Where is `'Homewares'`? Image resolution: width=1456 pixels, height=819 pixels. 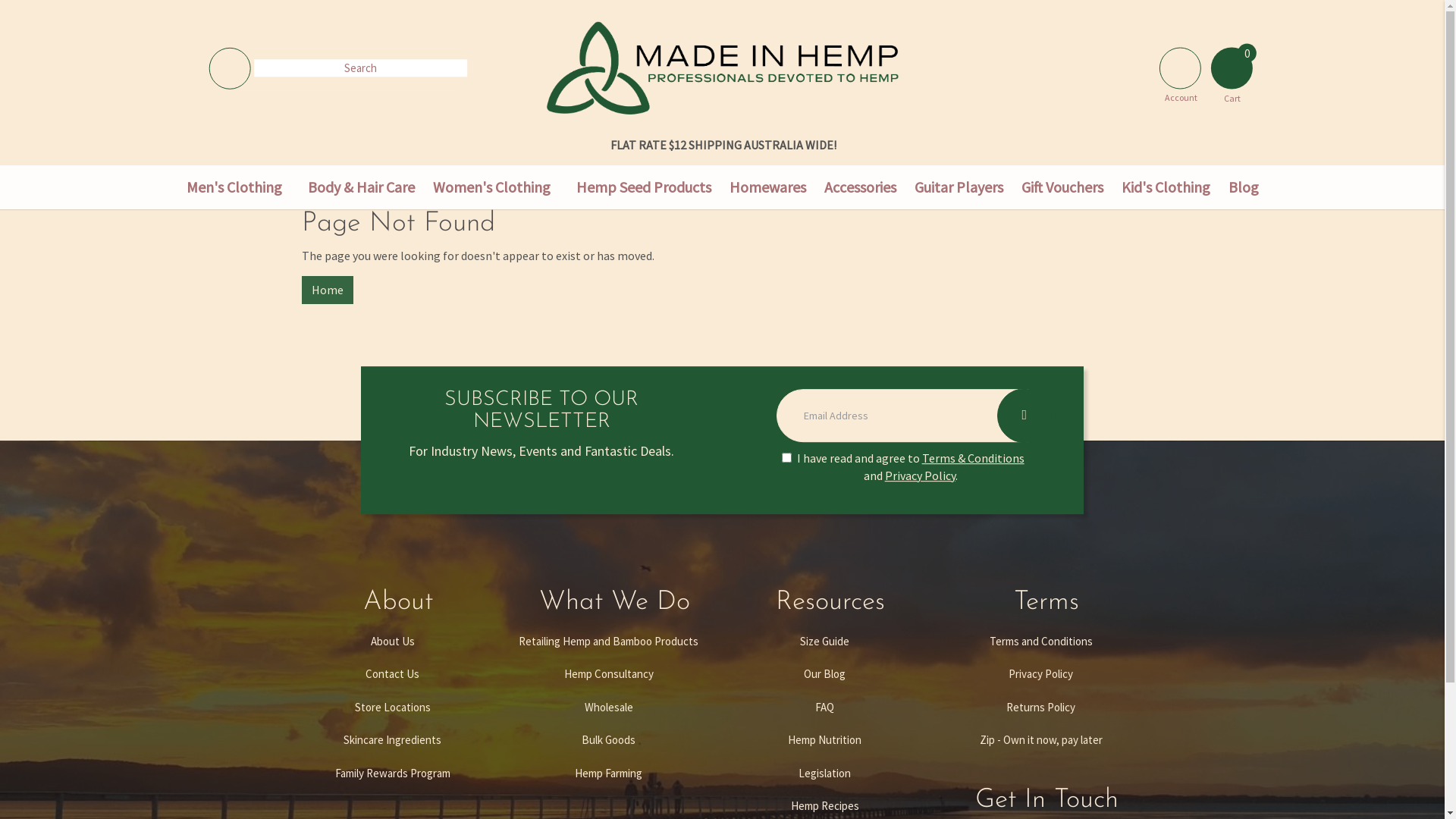
'Homewares' is located at coordinates (767, 187).